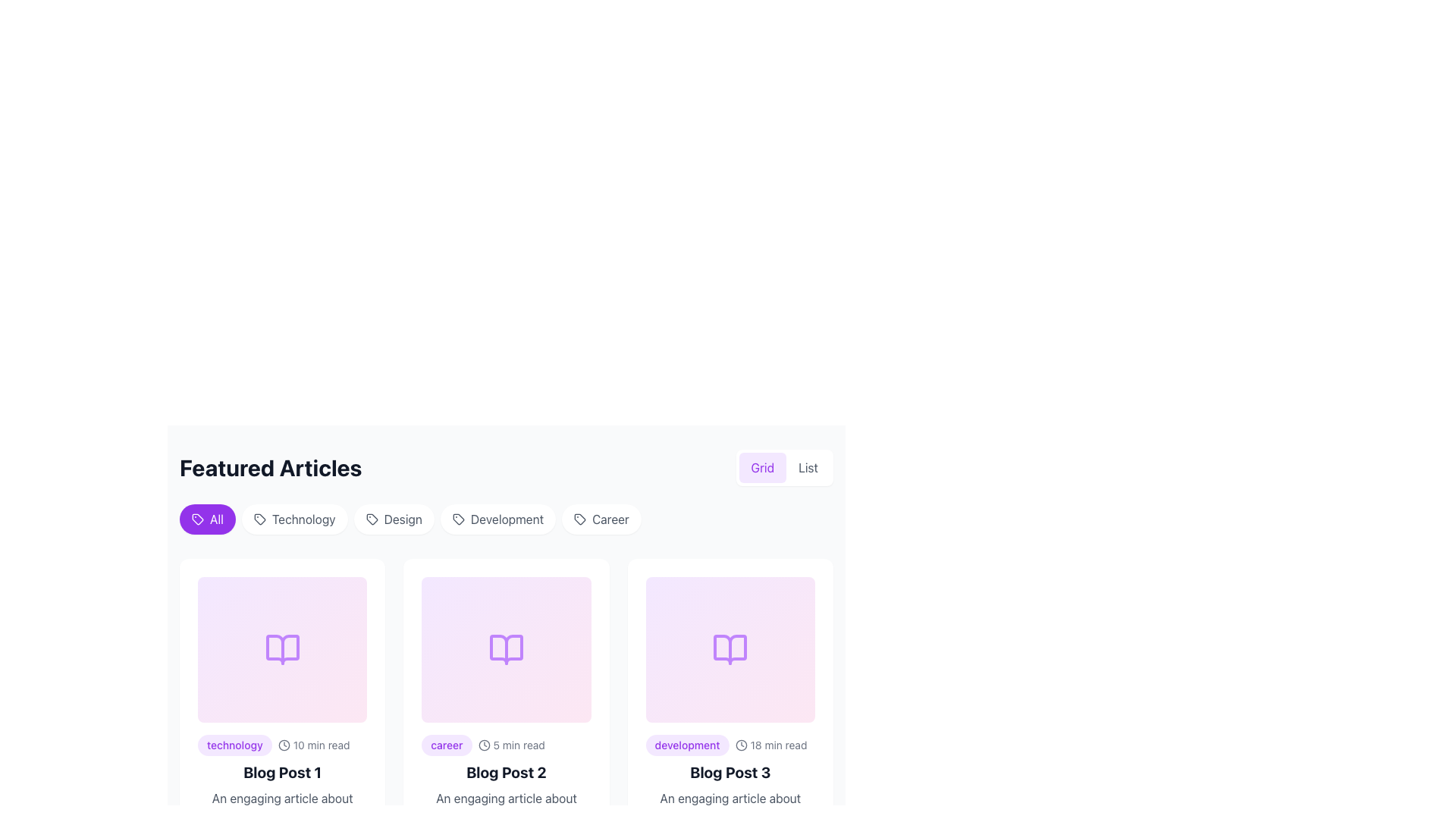  Describe the element at coordinates (259, 519) in the screenshot. I see `the tag-shaped icon with a circular cutout, which is the second icon in the horizontal list of selectable topics` at that location.